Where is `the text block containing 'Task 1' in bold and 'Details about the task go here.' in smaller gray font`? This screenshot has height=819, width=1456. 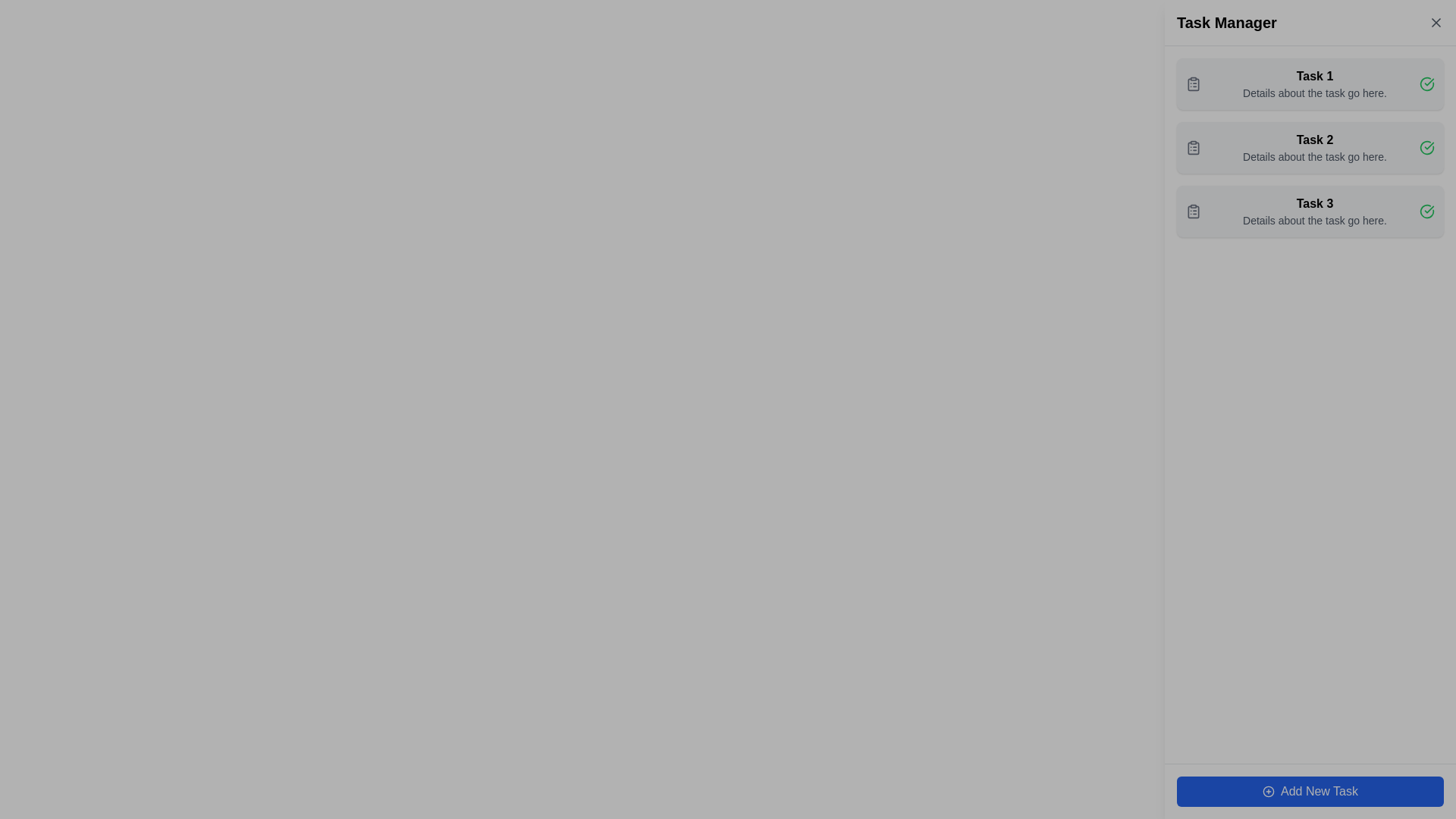 the text block containing 'Task 1' in bold and 'Details about the task go here.' in smaller gray font is located at coordinates (1313, 84).